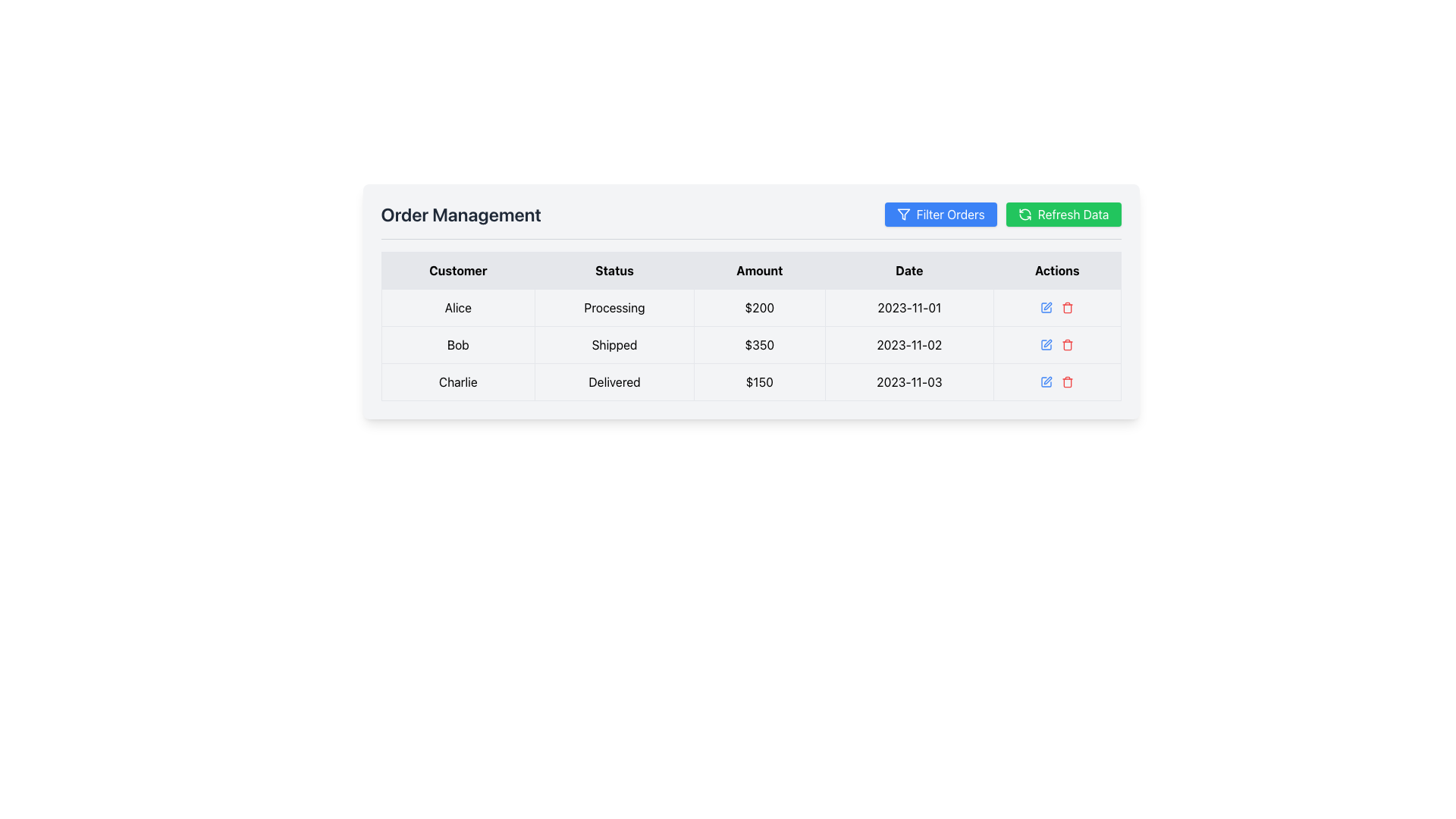 Image resolution: width=1456 pixels, height=819 pixels. What do you see at coordinates (614, 345) in the screenshot?
I see `the static text label that indicates the shipping status for the order associated with 'Bob' in the second row of the table under the 'Status' column` at bounding box center [614, 345].